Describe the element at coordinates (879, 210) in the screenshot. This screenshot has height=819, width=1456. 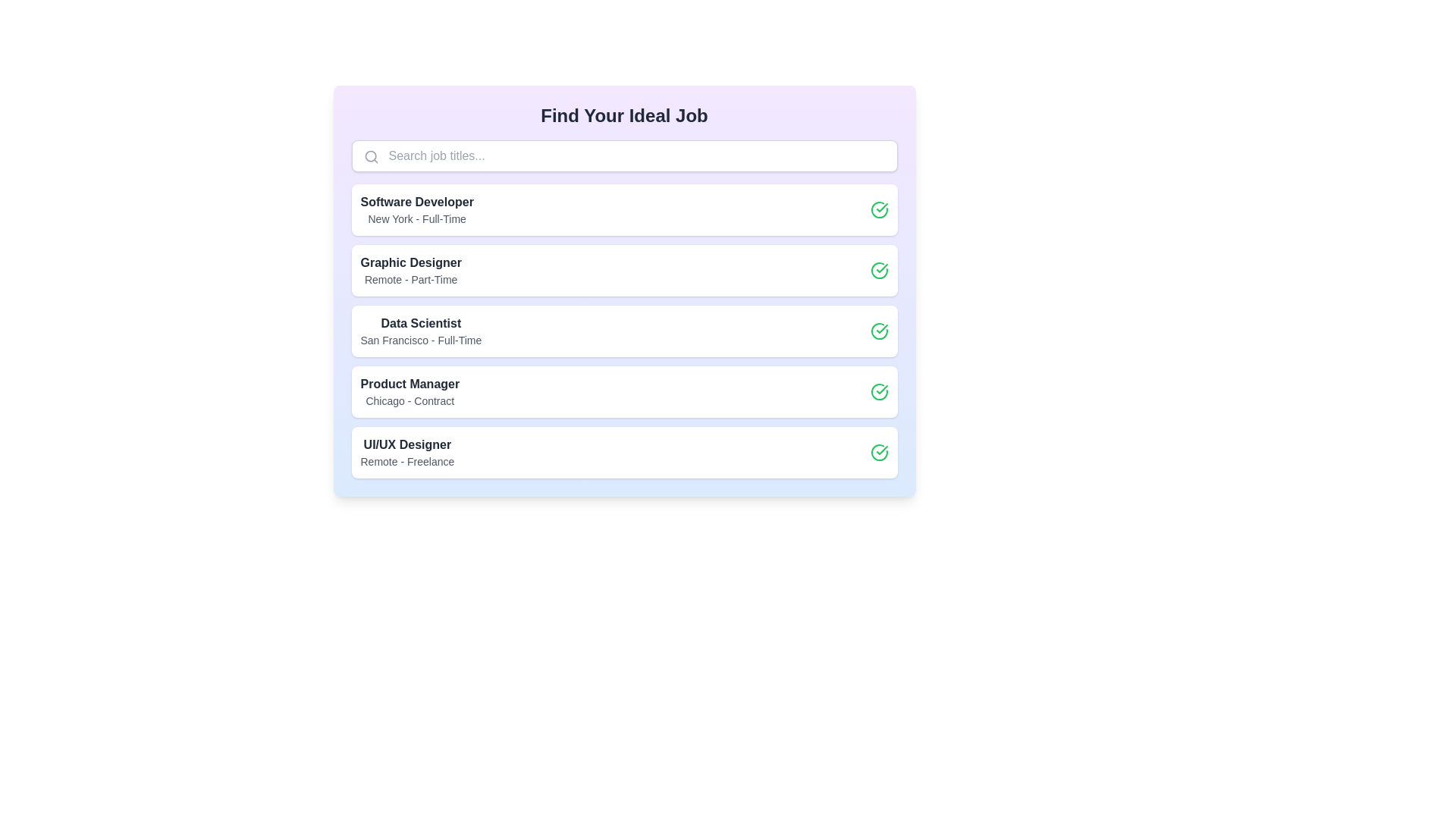
I see `the circular icon with a green outline and a green checkmark, located to the far right of the first job title row` at that location.